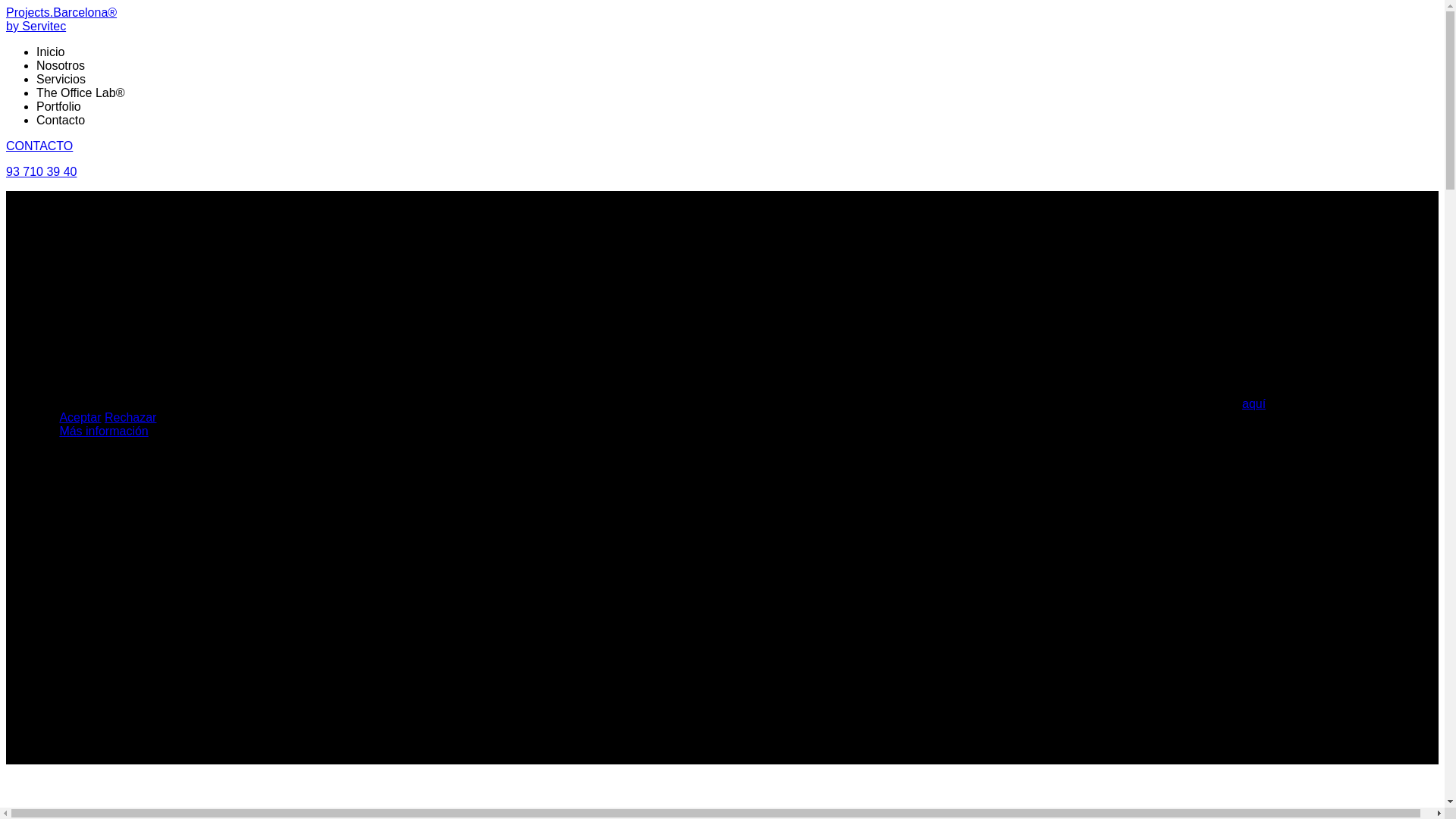 This screenshot has height=819, width=1456. What do you see at coordinates (79, 417) in the screenshot?
I see `'Aceptar'` at bounding box center [79, 417].